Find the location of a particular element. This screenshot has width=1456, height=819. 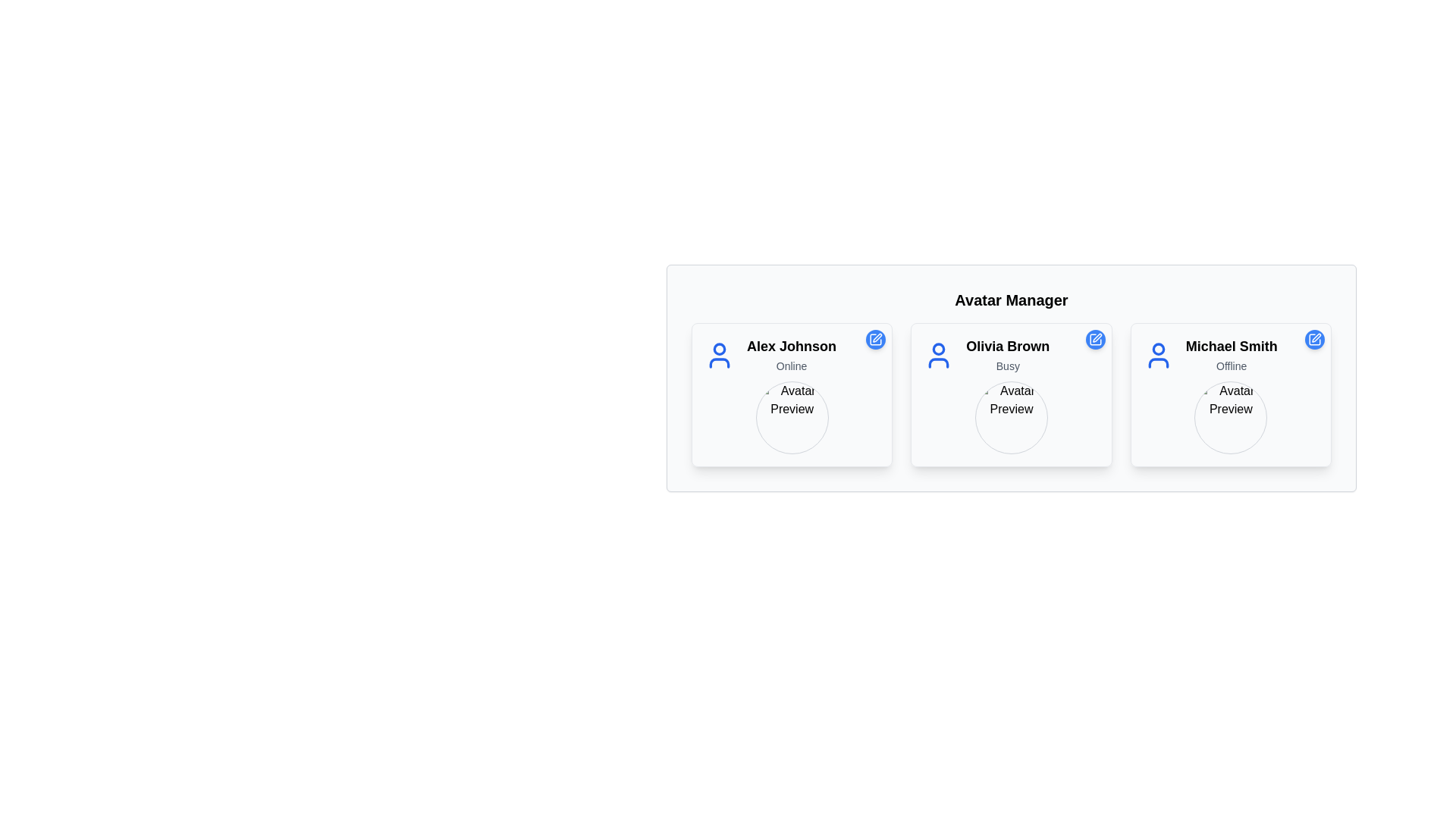

the text display element containing the username 'Michael Smith' and status 'Offline', located within the third card under the 'Avatar Manager' heading is located at coordinates (1231, 356).